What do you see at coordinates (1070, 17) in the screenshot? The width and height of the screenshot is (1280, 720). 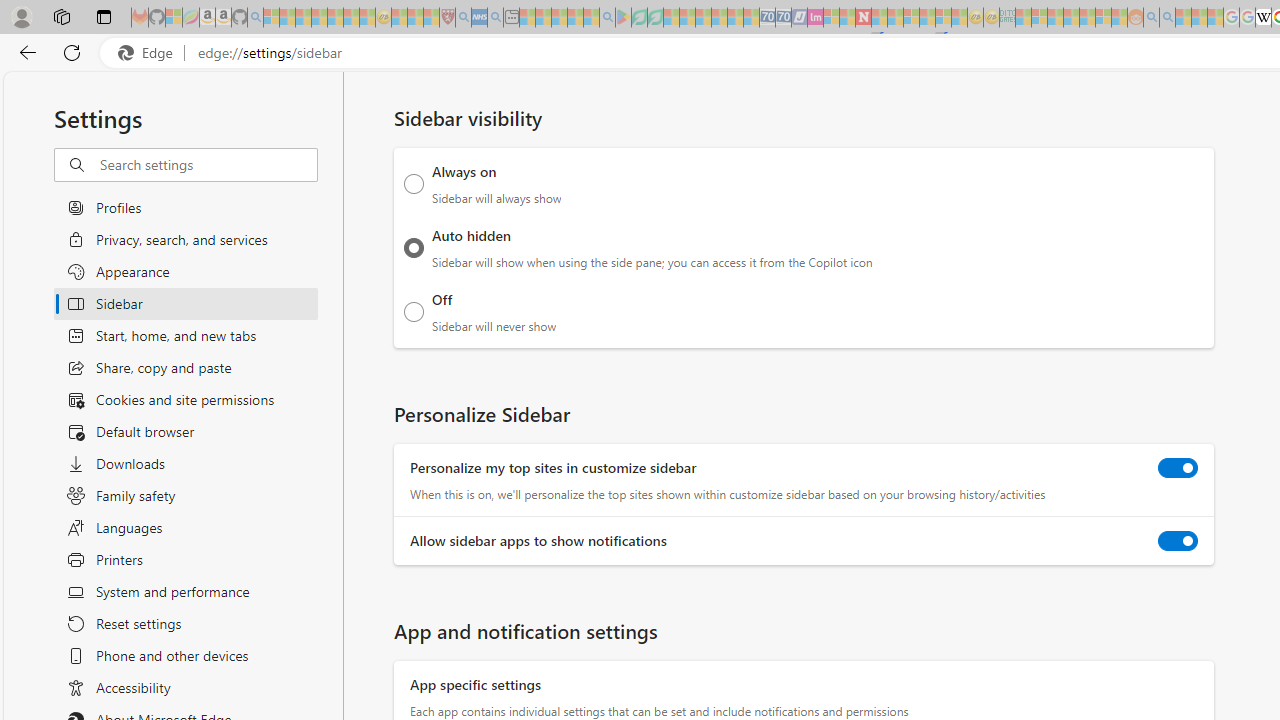 I see `'Expert Portfolios - Sleeping'` at bounding box center [1070, 17].